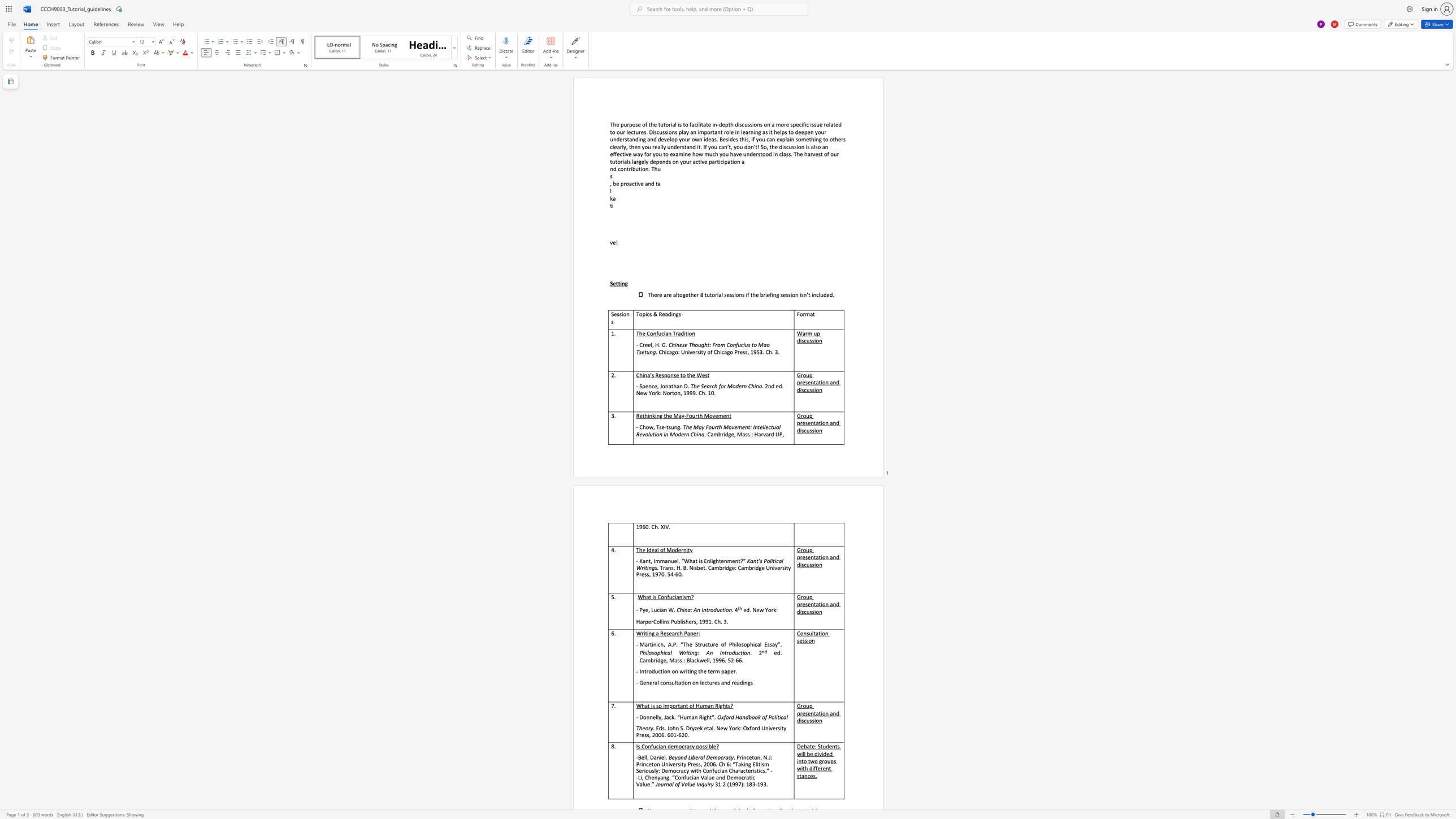 The height and width of the screenshot is (819, 1456). Describe the element at coordinates (647, 610) in the screenshot. I see `the subset text ", L" within the text "- Pye, Lucian W."` at that location.